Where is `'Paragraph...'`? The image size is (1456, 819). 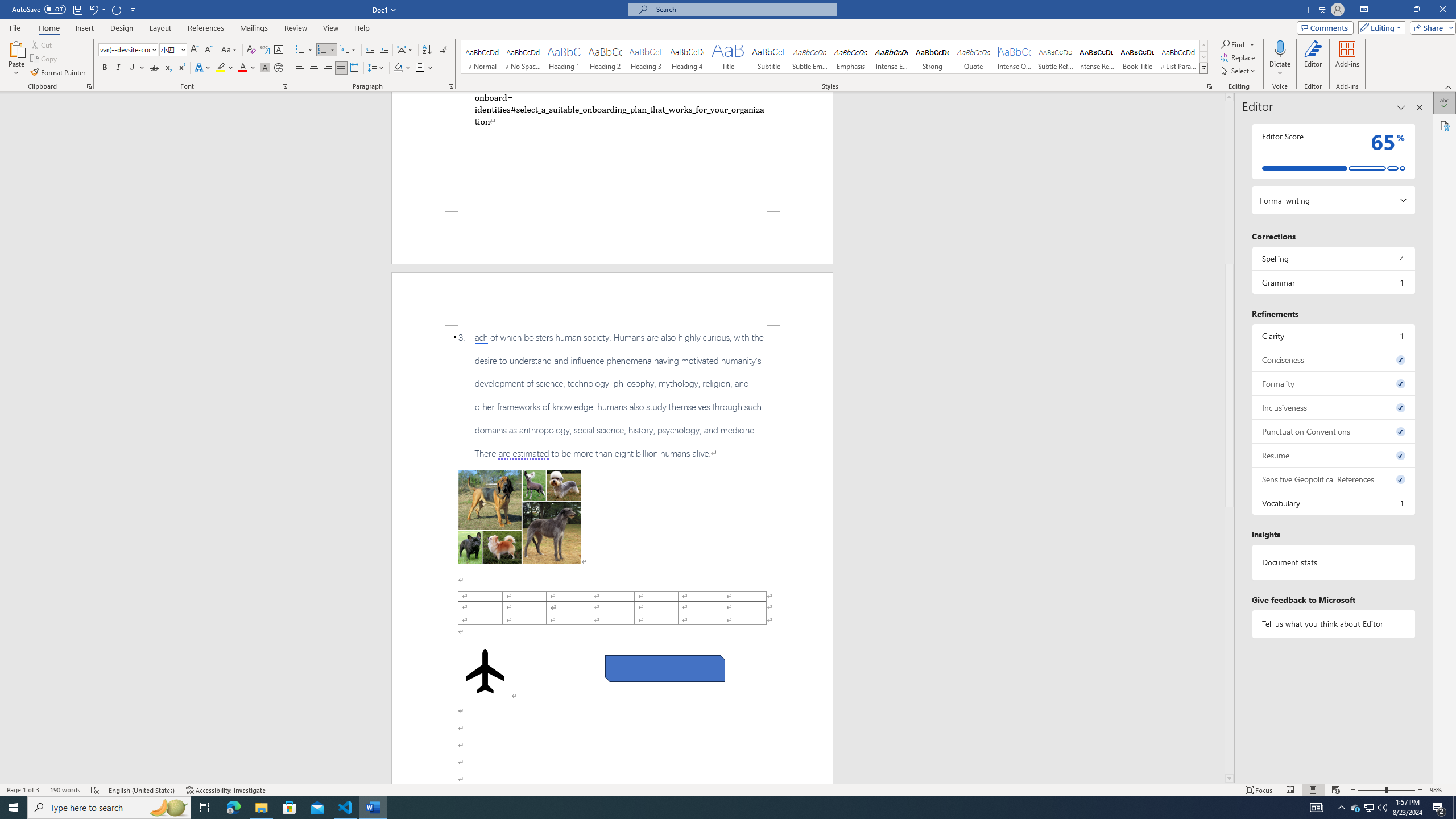
'Paragraph...' is located at coordinates (450, 85).